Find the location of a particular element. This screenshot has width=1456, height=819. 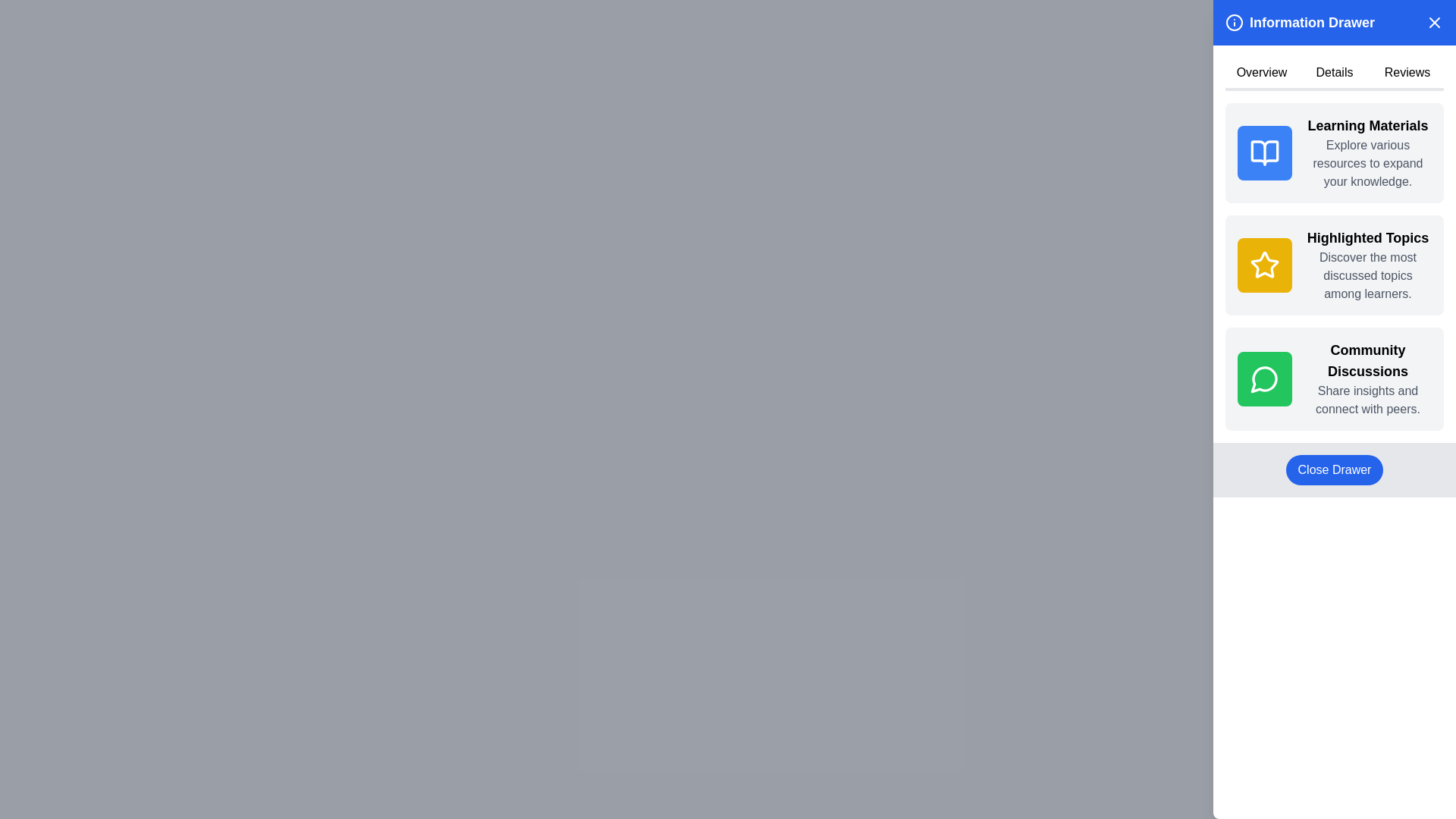

the appearance of the community discussions icon located at the top-left corner of the 'Community Discussions' card, which is the third card in a vertical series is located at coordinates (1265, 378).